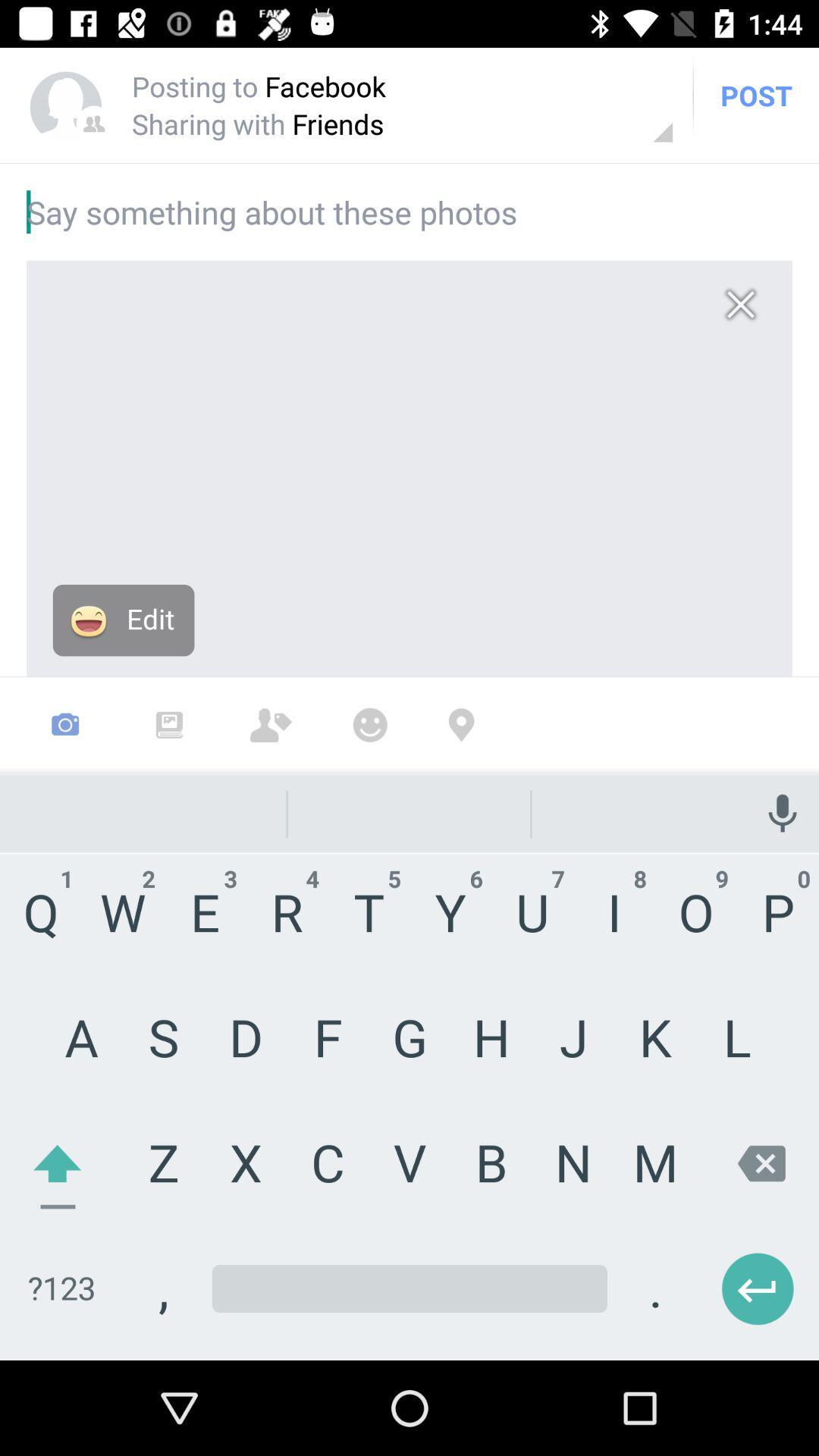 The image size is (819, 1456). What do you see at coordinates (771, 103) in the screenshot?
I see `the post on top right` at bounding box center [771, 103].